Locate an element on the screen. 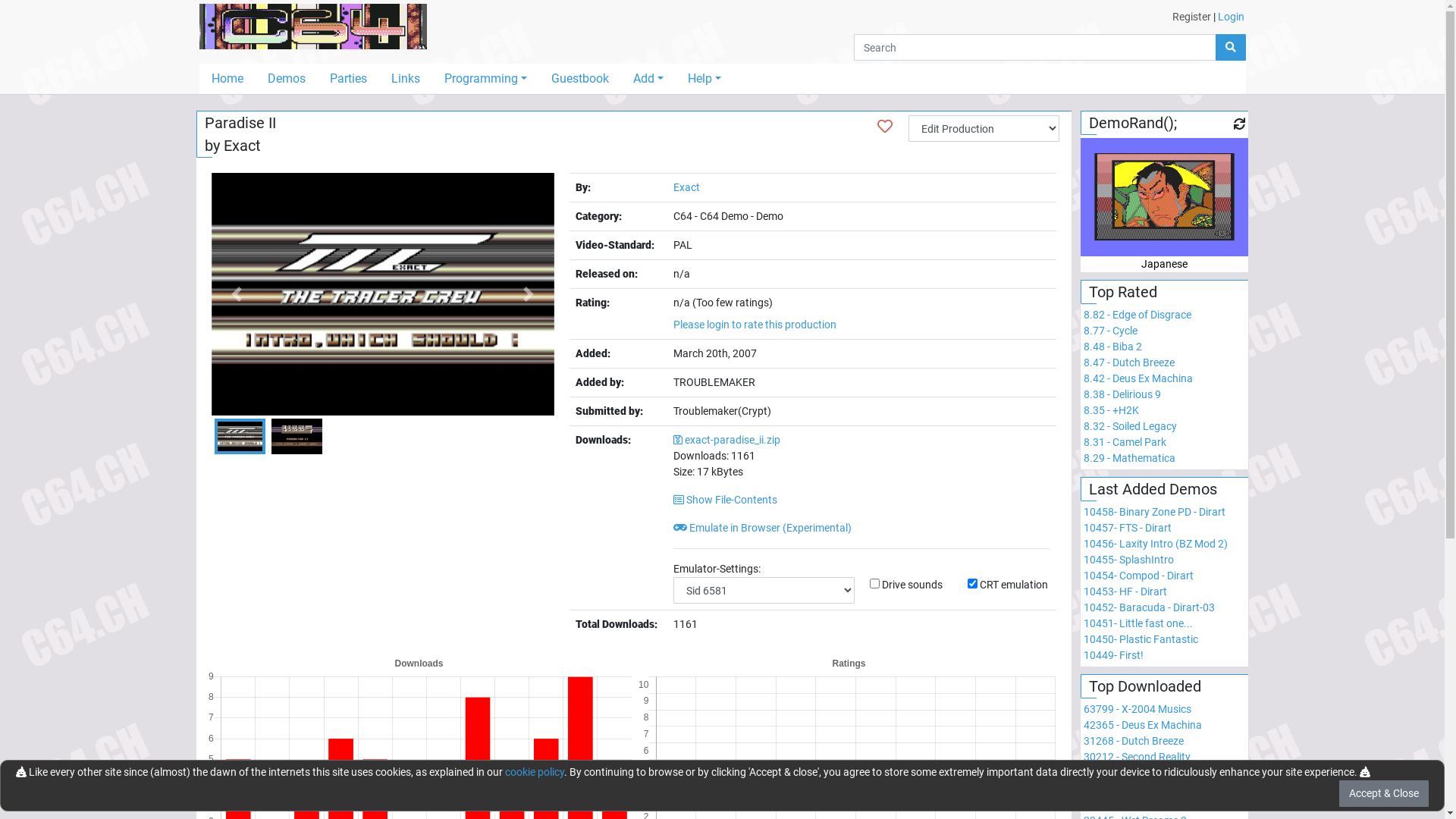  'Add to favorites' is located at coordinates (877, 125).